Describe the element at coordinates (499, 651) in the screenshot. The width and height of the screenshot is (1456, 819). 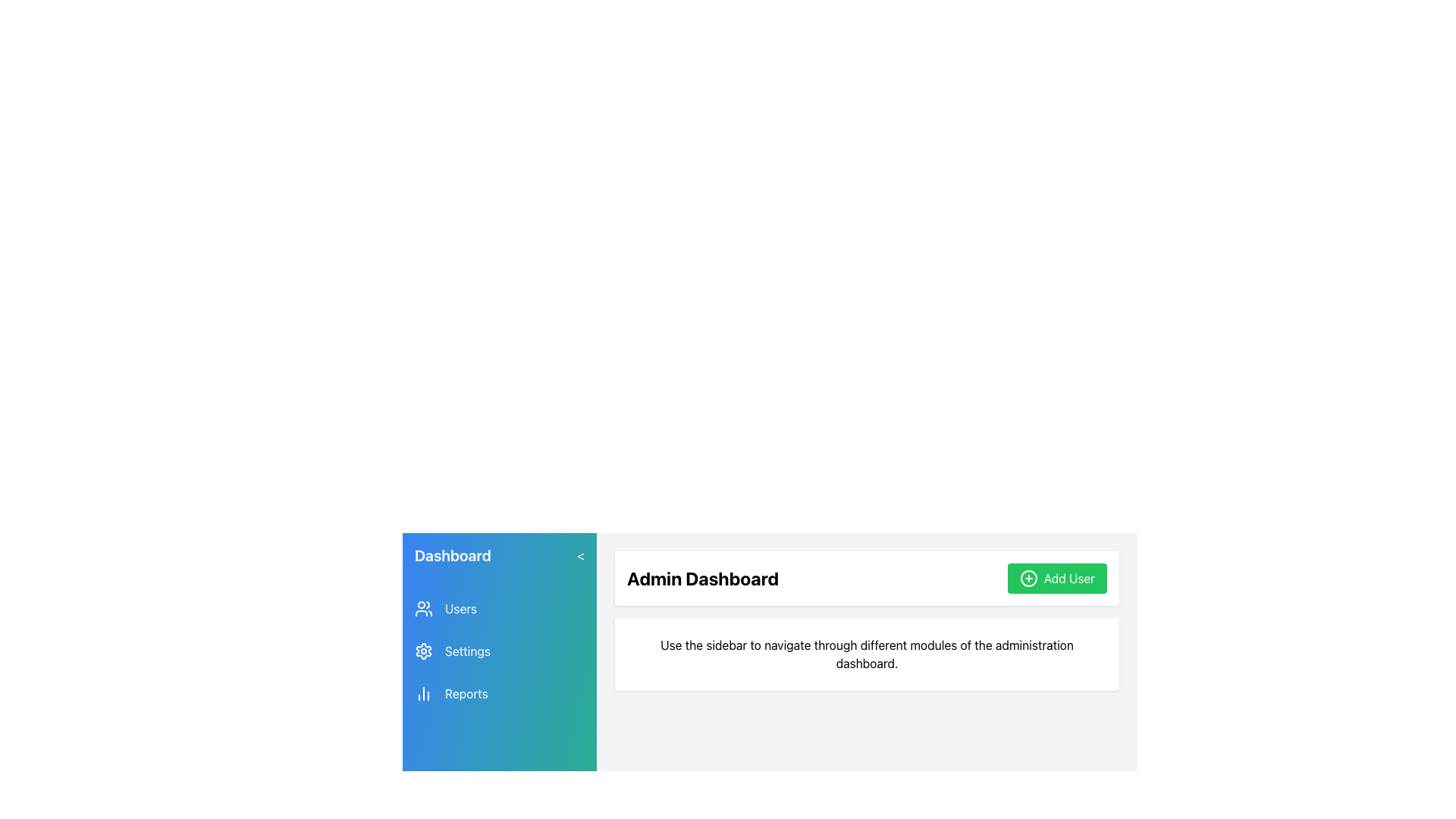
I see `the second menu item in the sidebar, which navigates to the 'Settings' section` at that location.